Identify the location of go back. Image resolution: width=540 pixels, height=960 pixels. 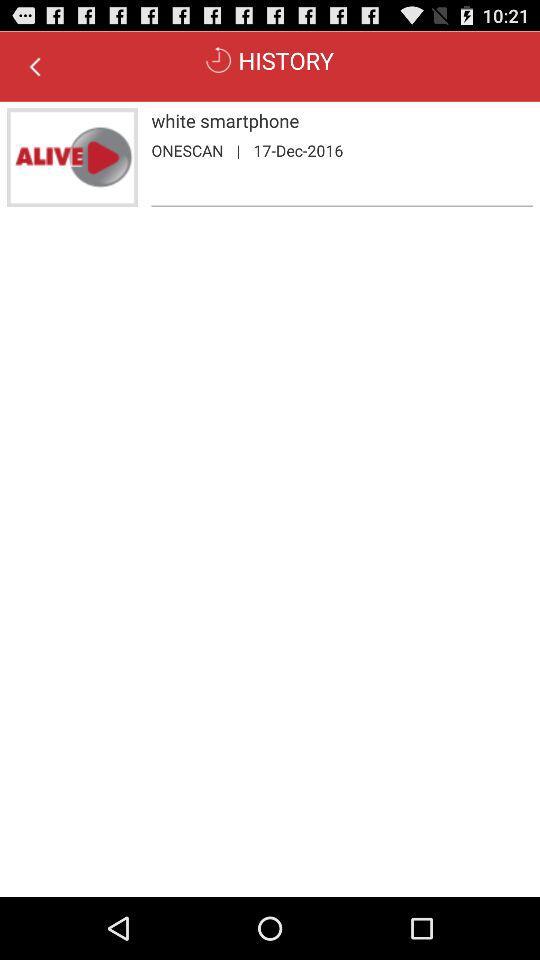
(35, 66).